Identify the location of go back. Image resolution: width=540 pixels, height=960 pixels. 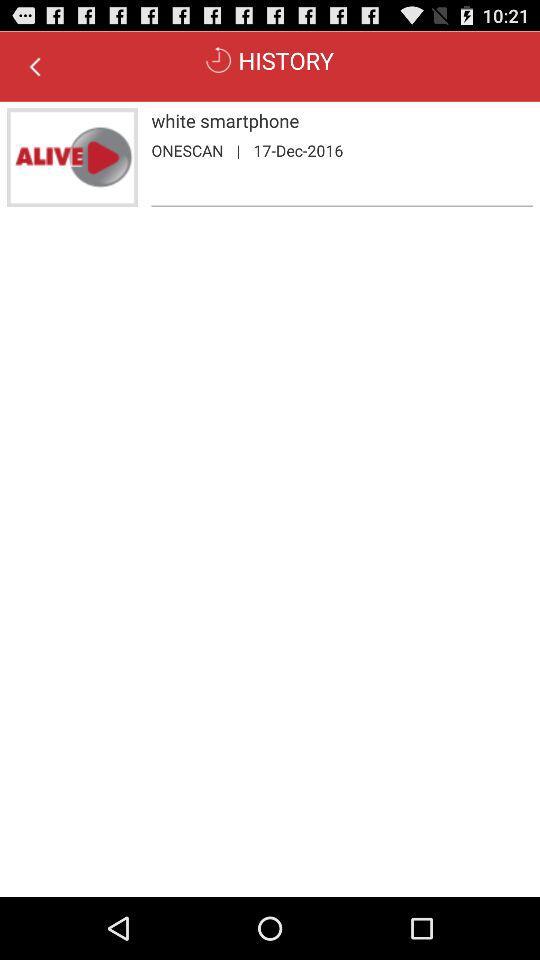
(35, 66).